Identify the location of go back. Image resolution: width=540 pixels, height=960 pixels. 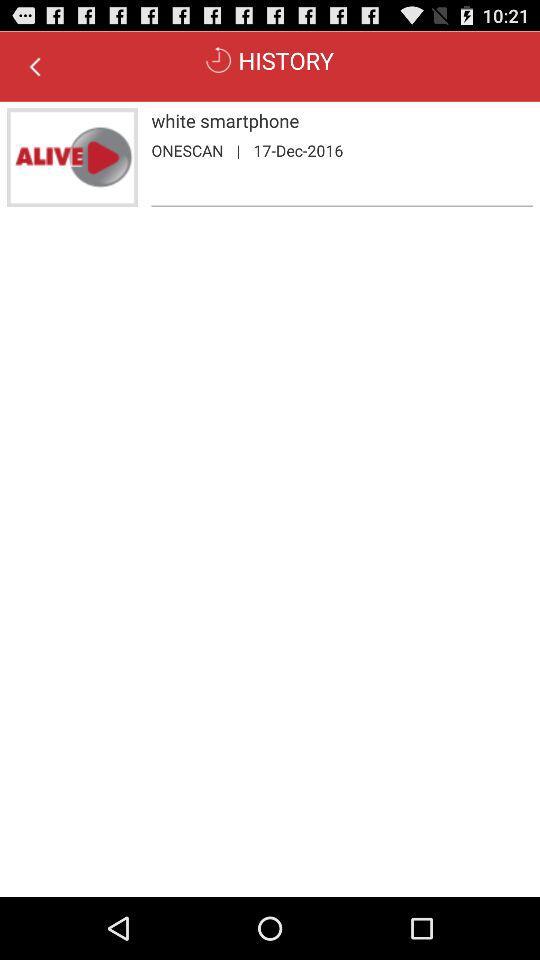
(35, 66).